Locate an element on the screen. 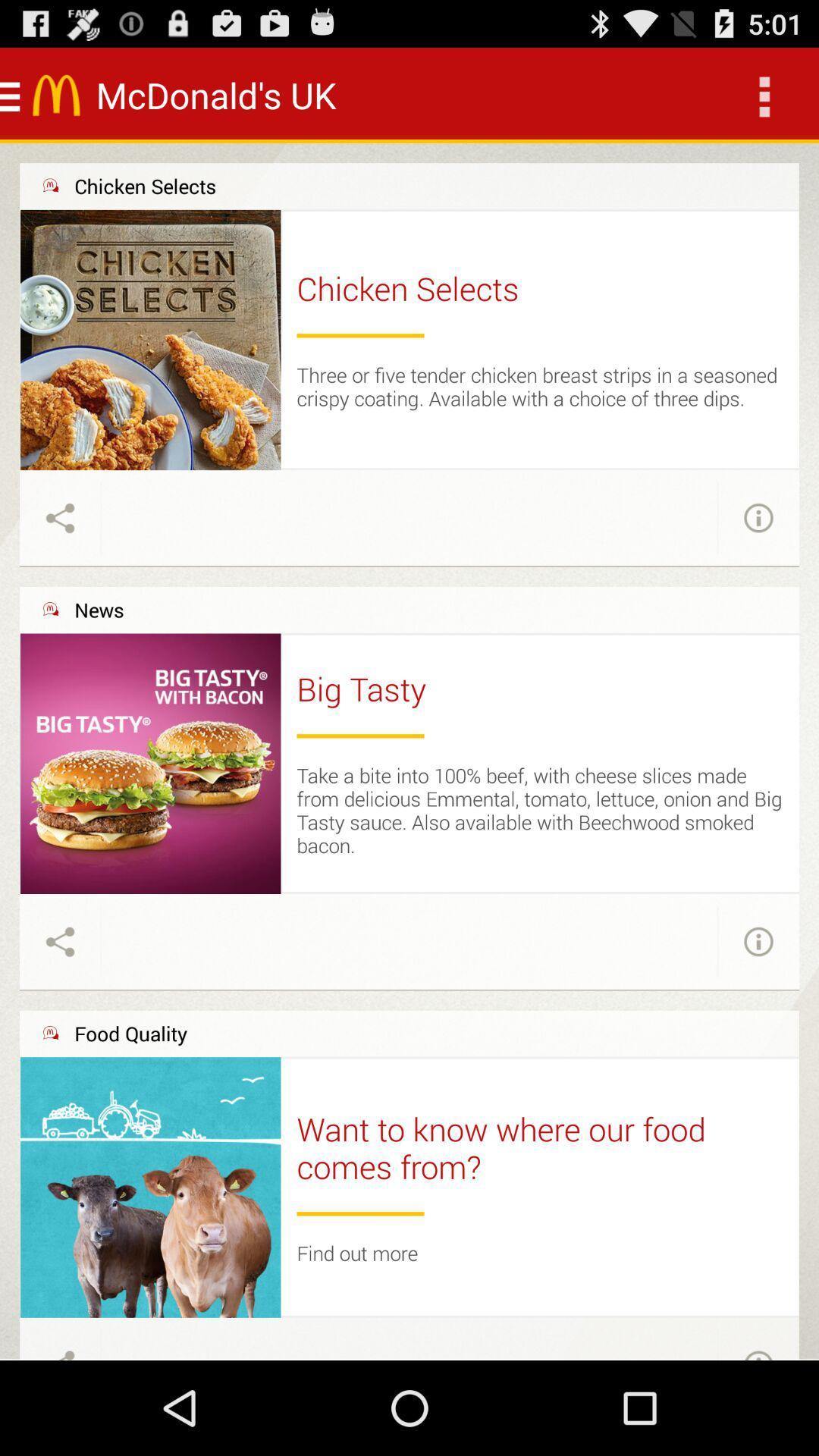 Image resolution: width=819 pixels, height=1456 pixels. the news item is located at coordinates (99, 610).